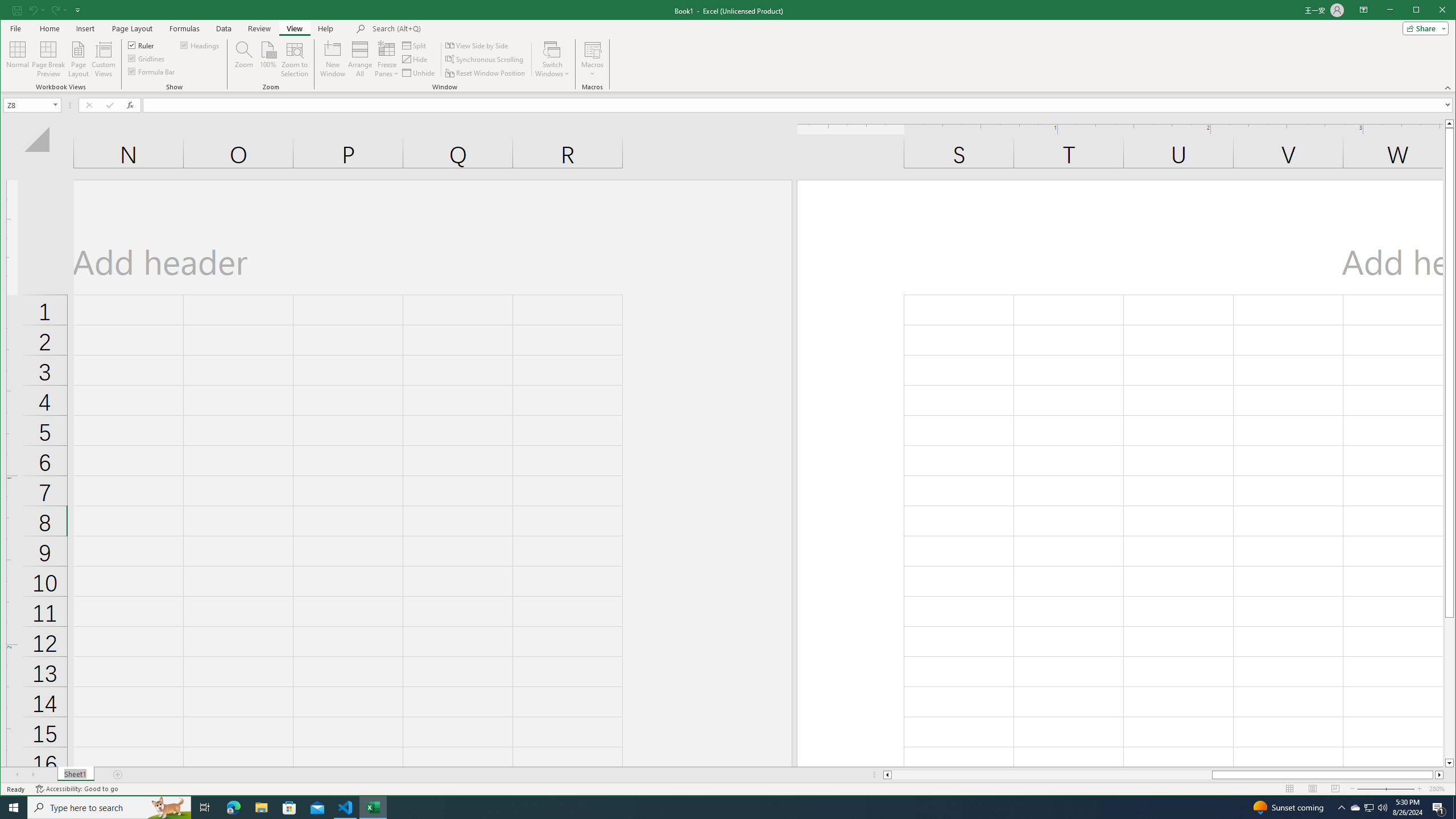 This screenshot has height=819, width=1456. What do you see at coordinates (485, 59) in the screenshot?
I see `'Synchronous Scrolling'` at bounding box center [485, 59].